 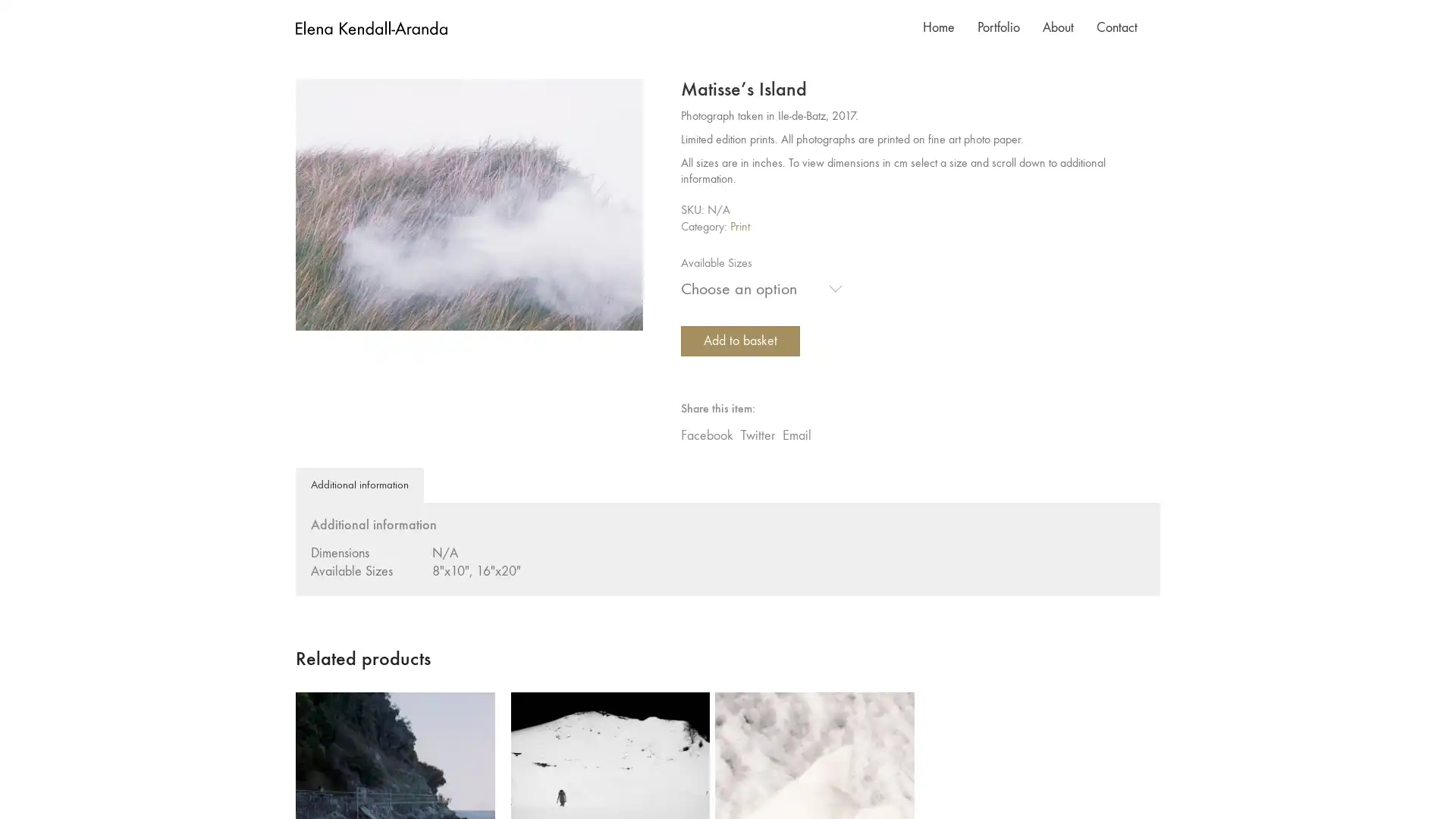 I want to click on Add to basket, so click(x=739, y=341).